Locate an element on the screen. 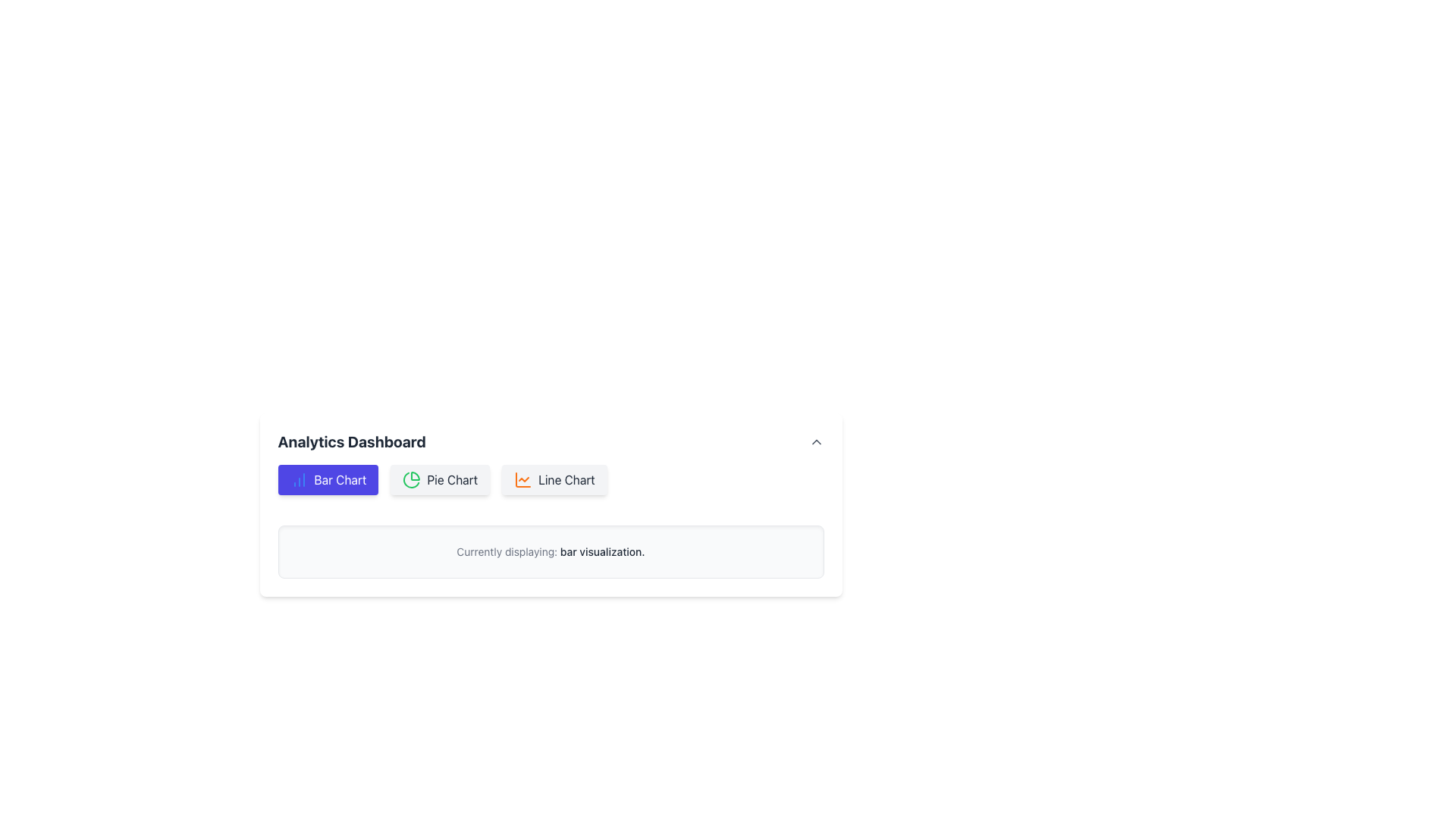  the small upward-pointing gray arrow icon button located at the rightmost end of the 'Analytics Dashboard' title bar is located at coordinates (815, 441).